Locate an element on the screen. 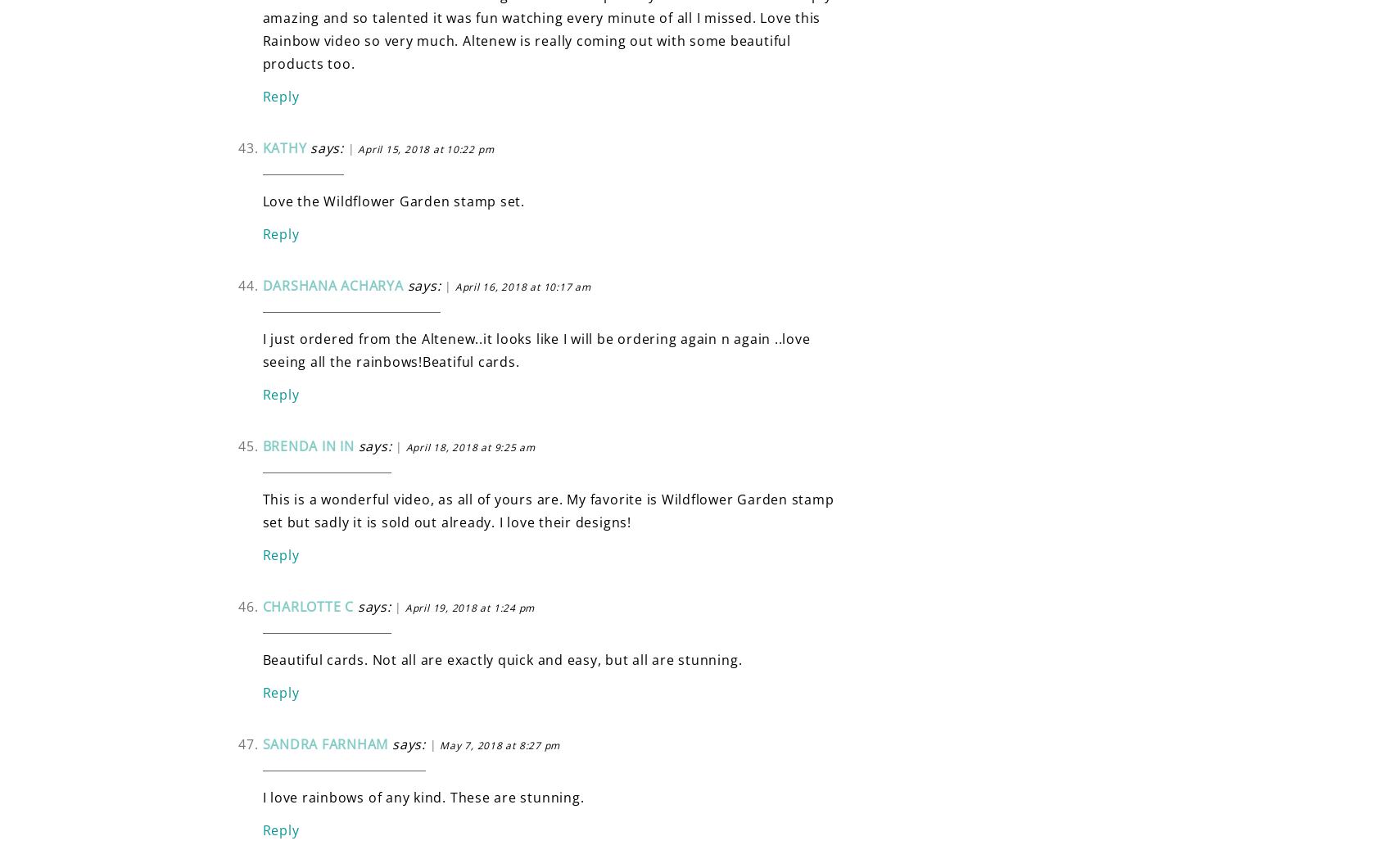 The image size is (1393, 868). 'April 16, 2018 at 10:17 am' is located at coordinates (522, 286).